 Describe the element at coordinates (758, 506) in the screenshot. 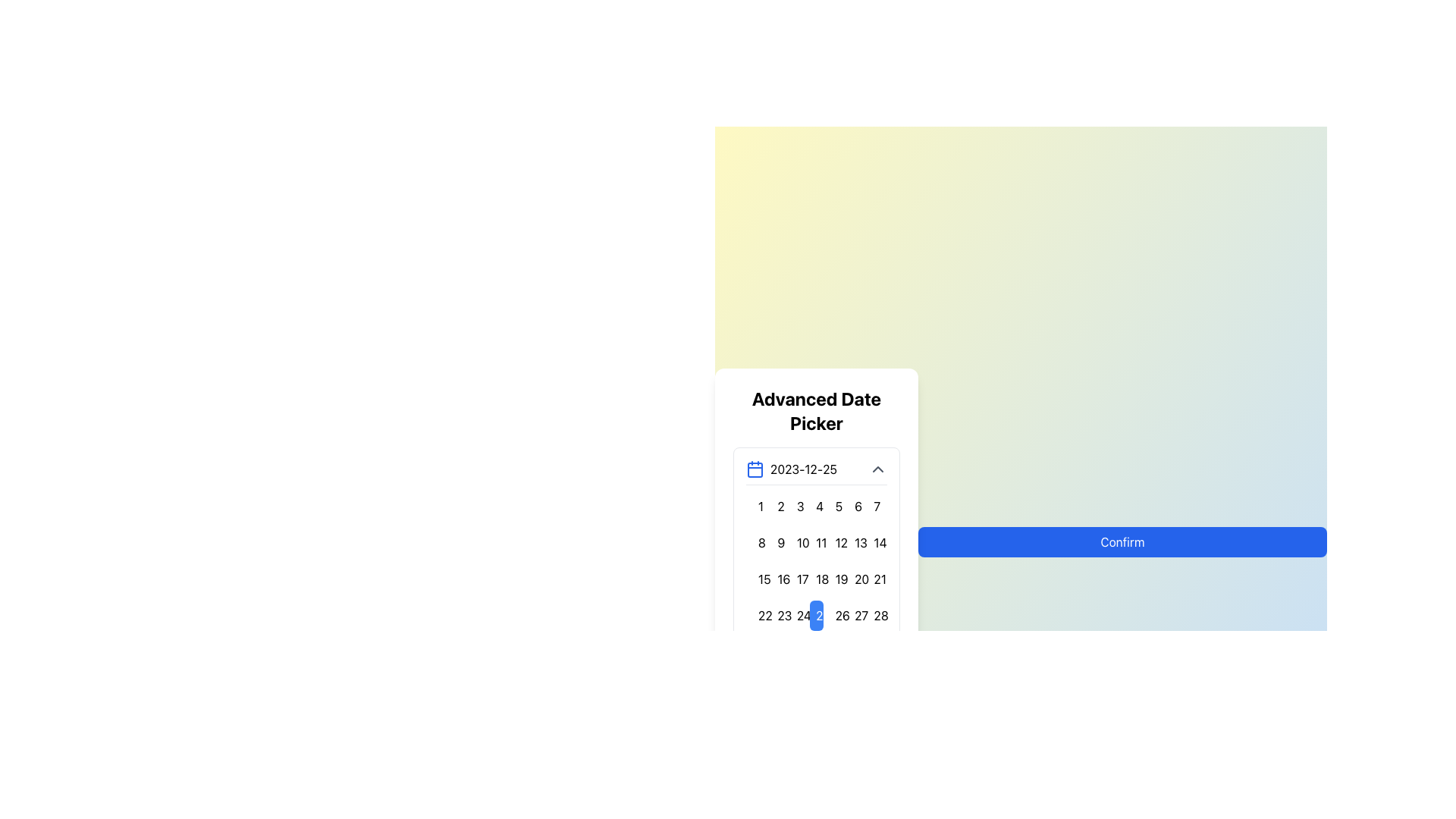

I see `the first button in the grid, which is a rectangular button with rounded corners containing the numeric text '1'` at that location.